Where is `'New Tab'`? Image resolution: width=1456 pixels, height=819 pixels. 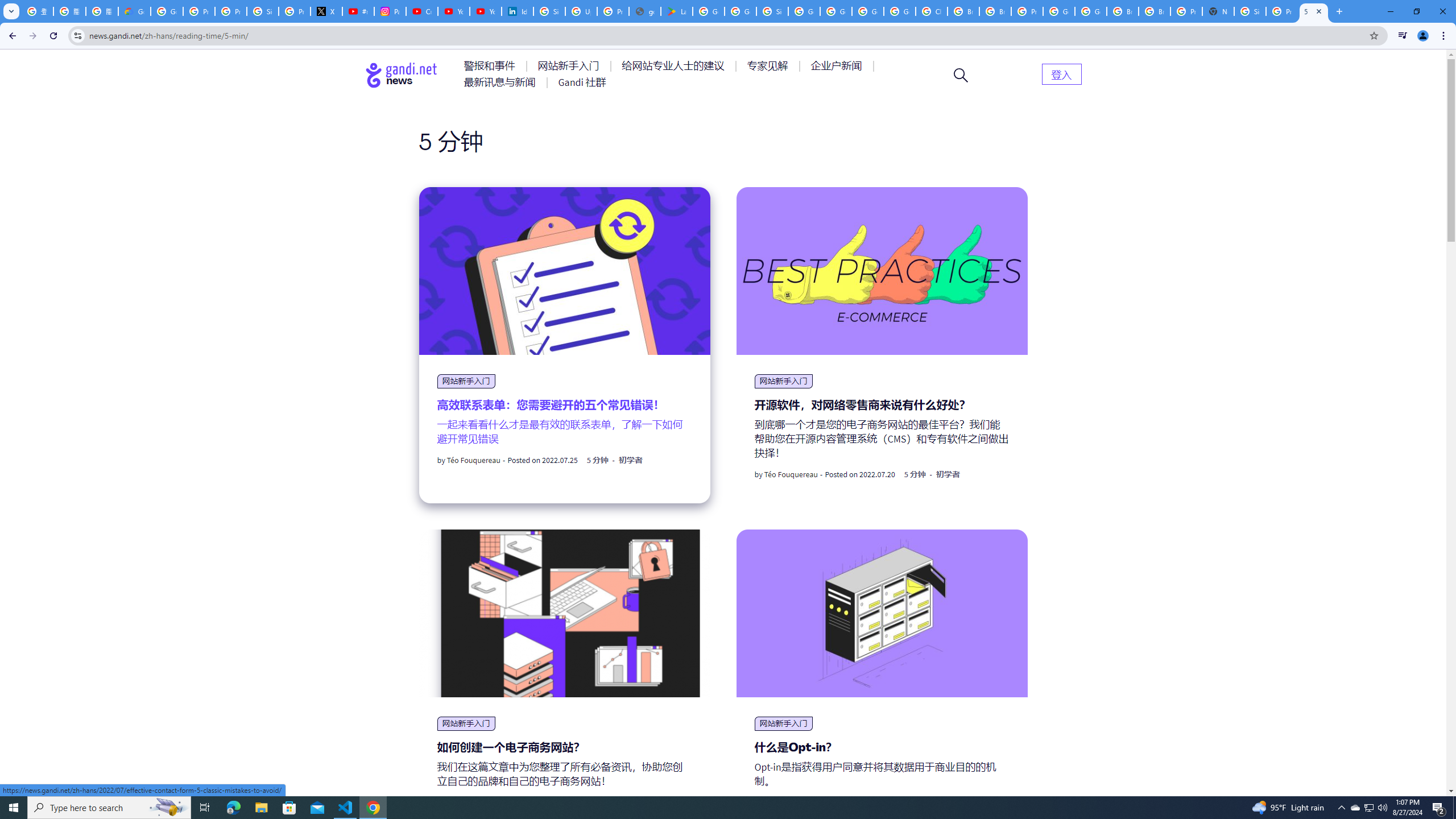
'New Tab' is located at coordinates (1217, 11).